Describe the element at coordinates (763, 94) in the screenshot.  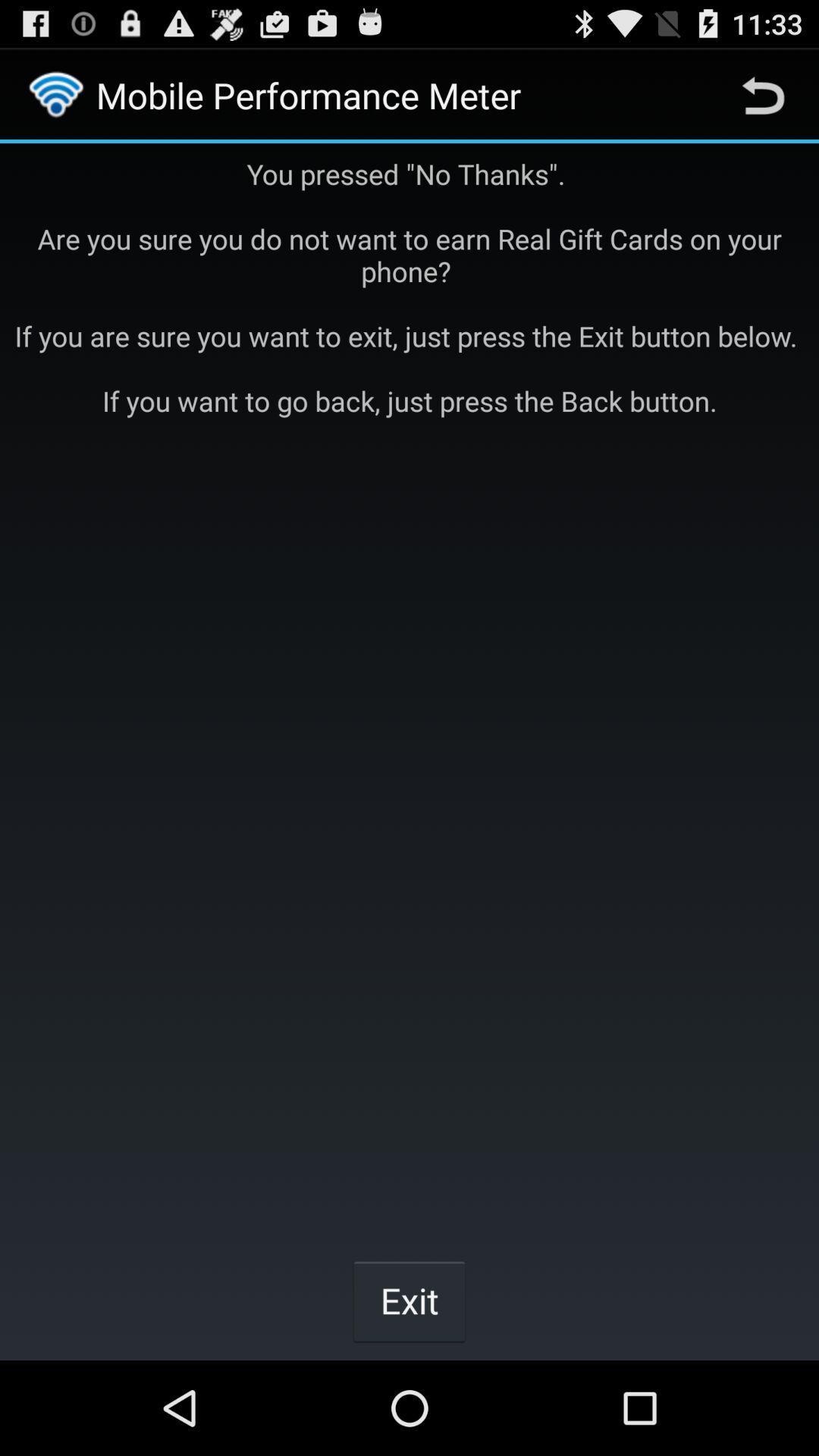
I see `icon to the right of mobile performance meter app` at that location.